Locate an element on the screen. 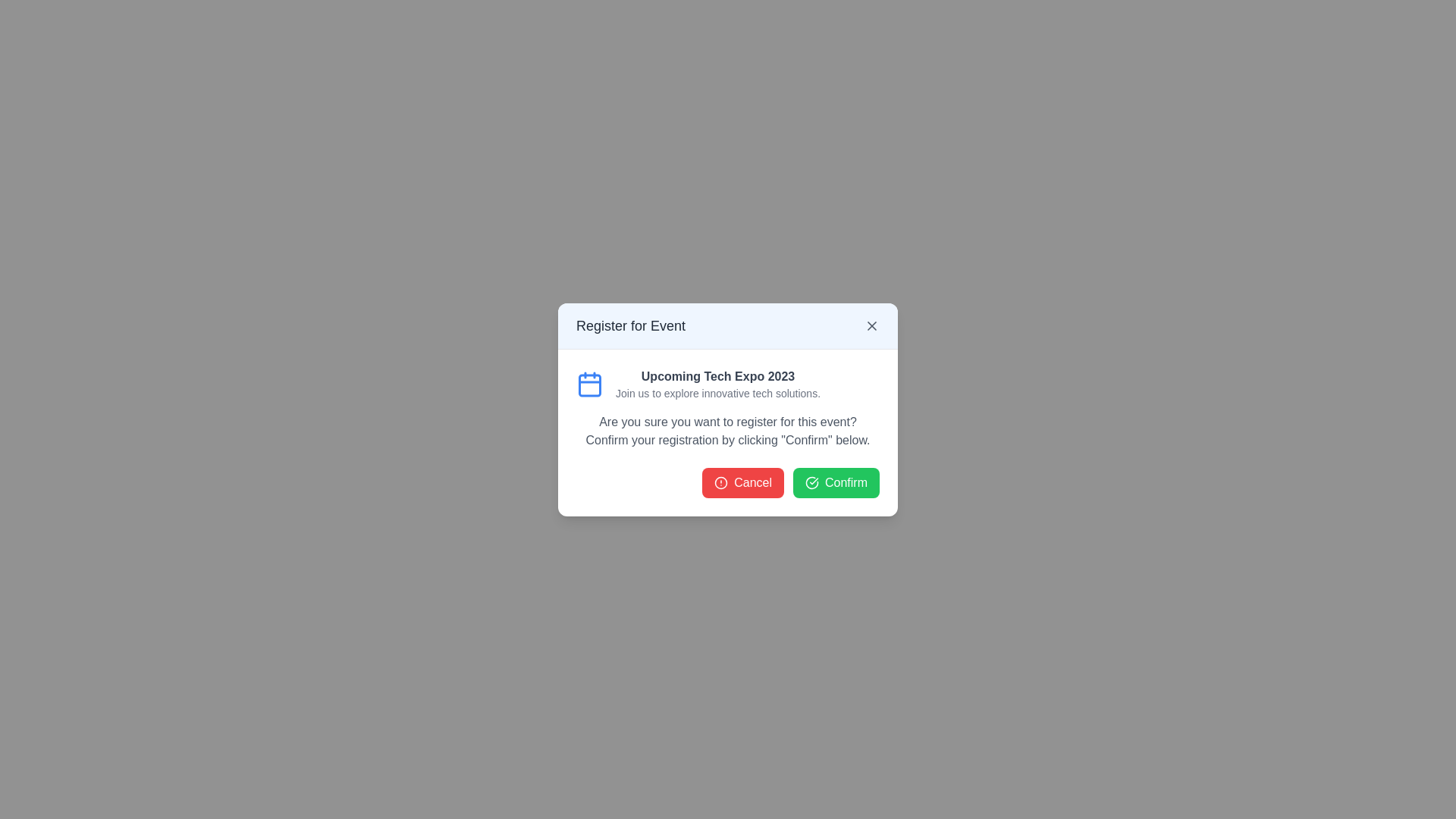  the caution icon embedded within the 'Cancel' button located on the confirmation dialog at the bottom left corner is located at coordinates (720, 482).